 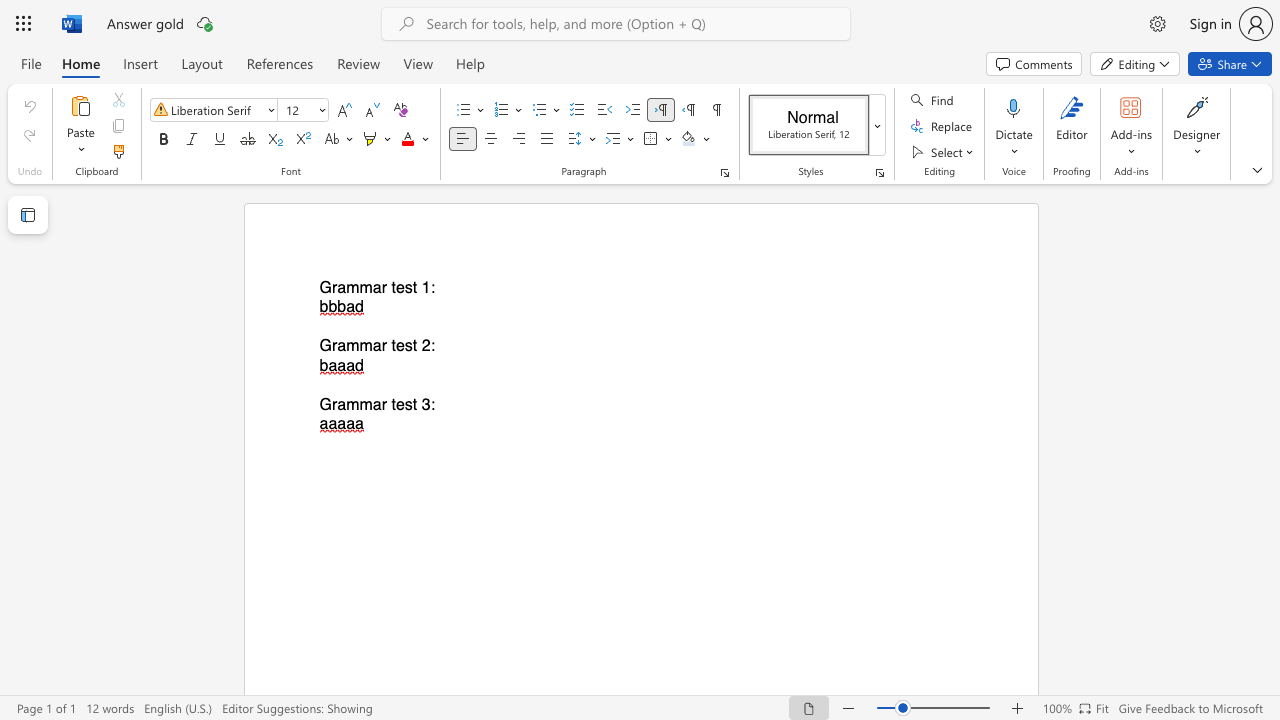 What do you see at coordinates (331, 288) in the screenshot?
I see `the subset text "ramma" within the text "Grammar test 1:"` at bounding box center [331, 288].